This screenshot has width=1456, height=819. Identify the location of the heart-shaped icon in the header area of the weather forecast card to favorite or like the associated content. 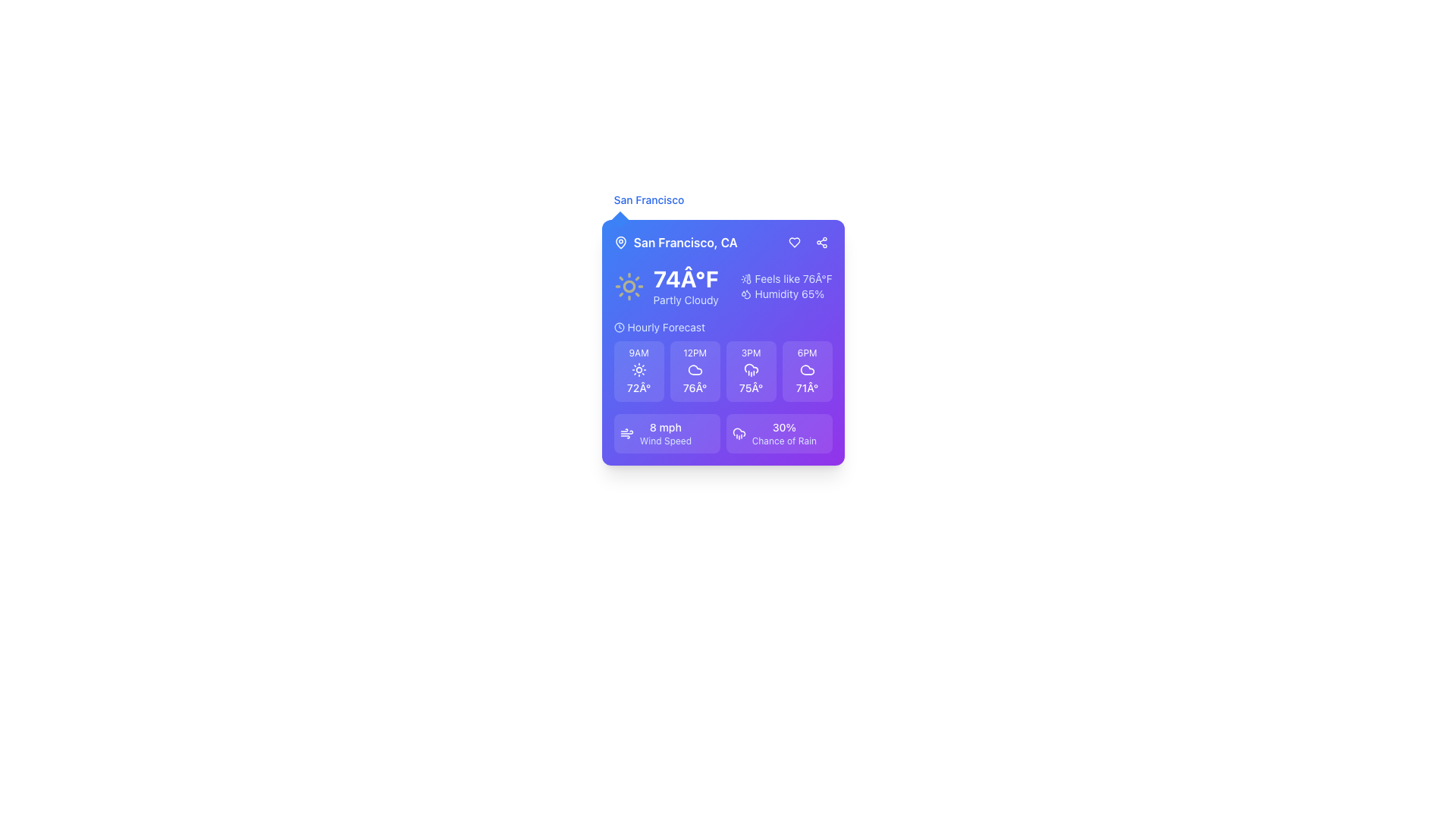
(793, 242).